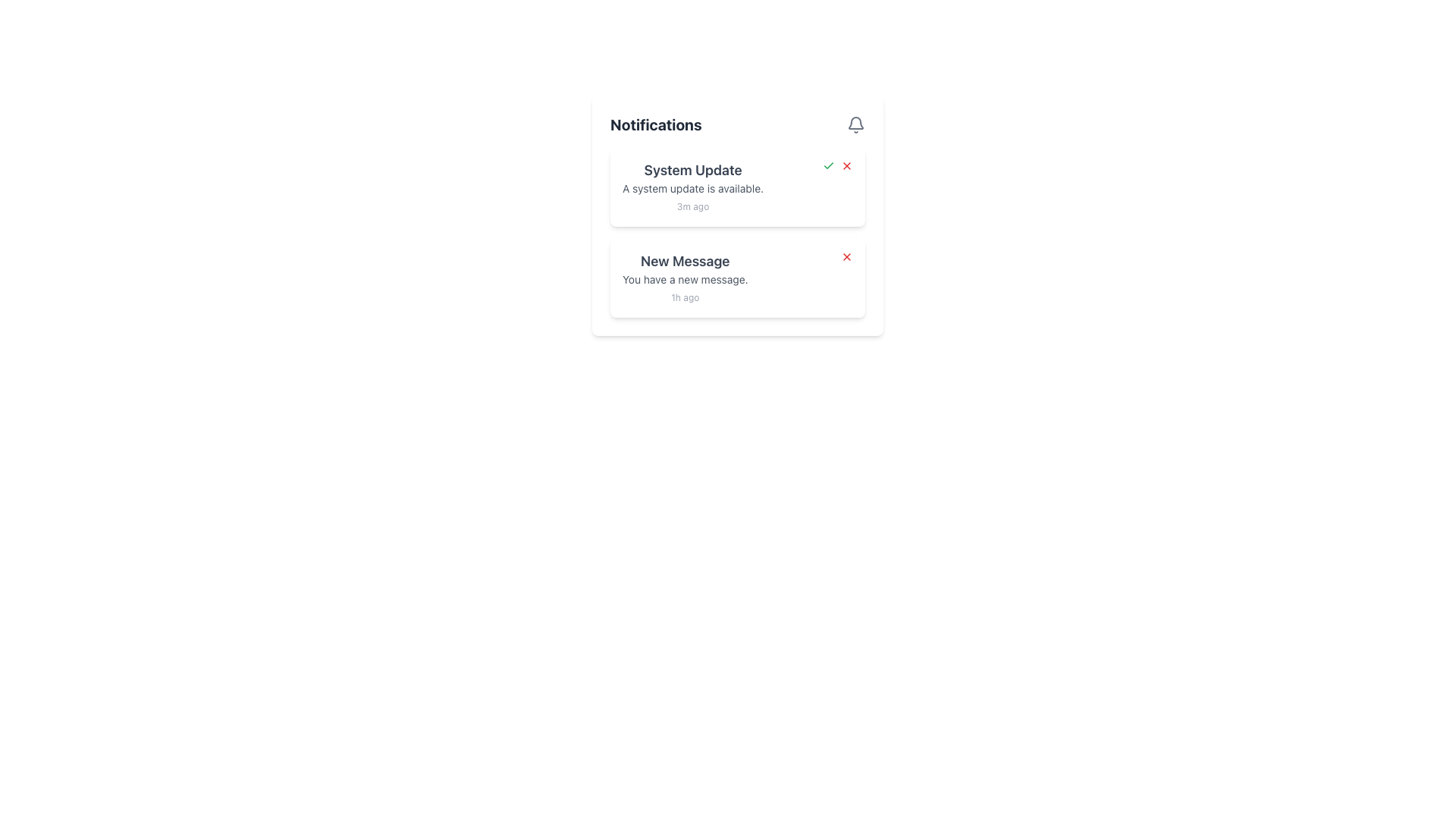  Describe the element at coordinates (846, 166) in the screenshot. I see `the red cross button located in the top-right corner of the first notification item` at that location.